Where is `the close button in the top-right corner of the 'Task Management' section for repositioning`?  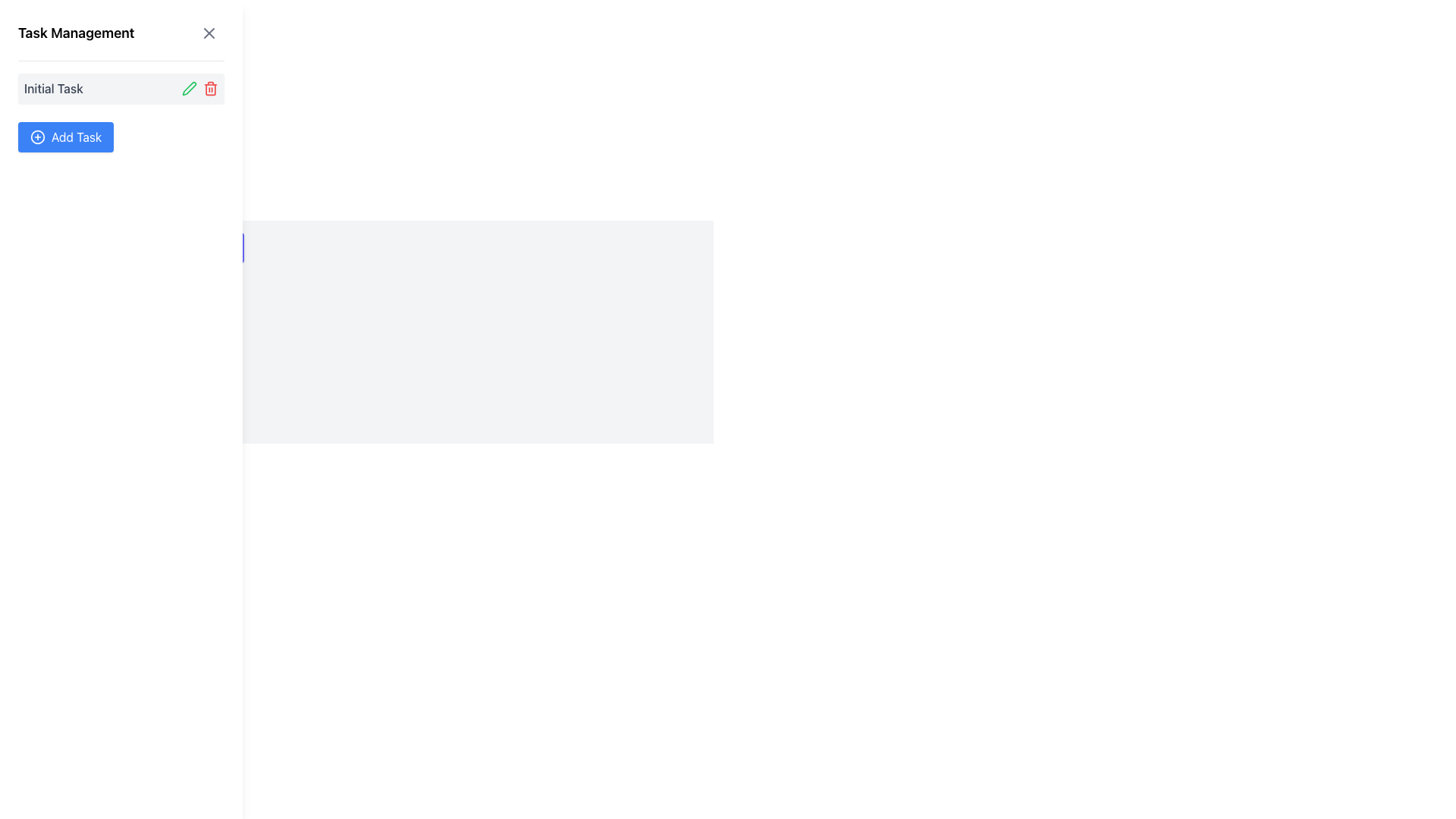
the close button in the top-right corner of the 'Task Management' section for repositioning is located at coordinates (208, 33).